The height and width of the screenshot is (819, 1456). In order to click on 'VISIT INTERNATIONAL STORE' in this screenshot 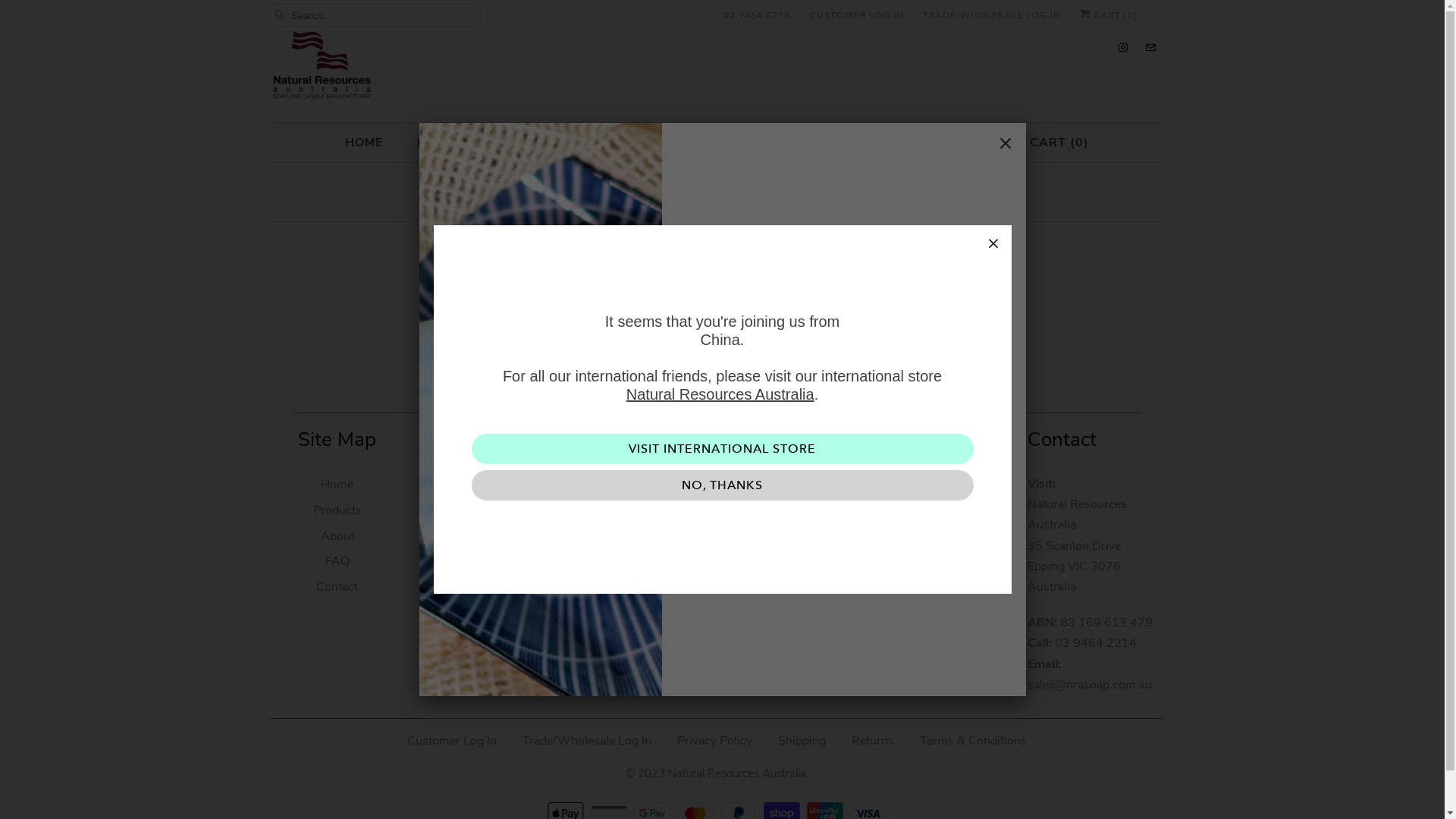, I will do `click(722, 447)`.